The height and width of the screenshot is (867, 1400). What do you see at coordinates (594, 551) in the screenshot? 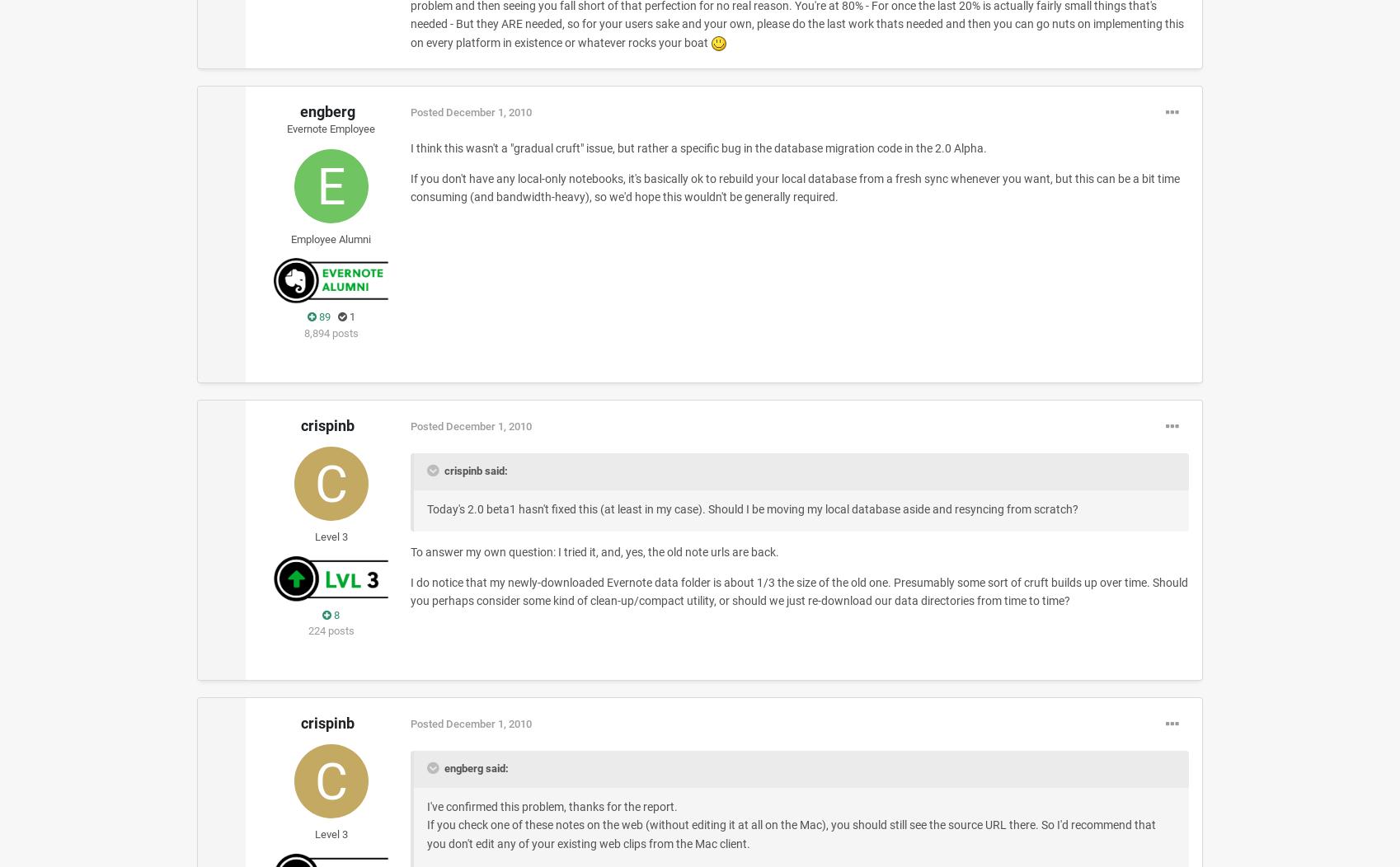
I see `'To answer my own question: I tried it, and, yes, the old note urls are back.'` at bounding box center [594, 551].